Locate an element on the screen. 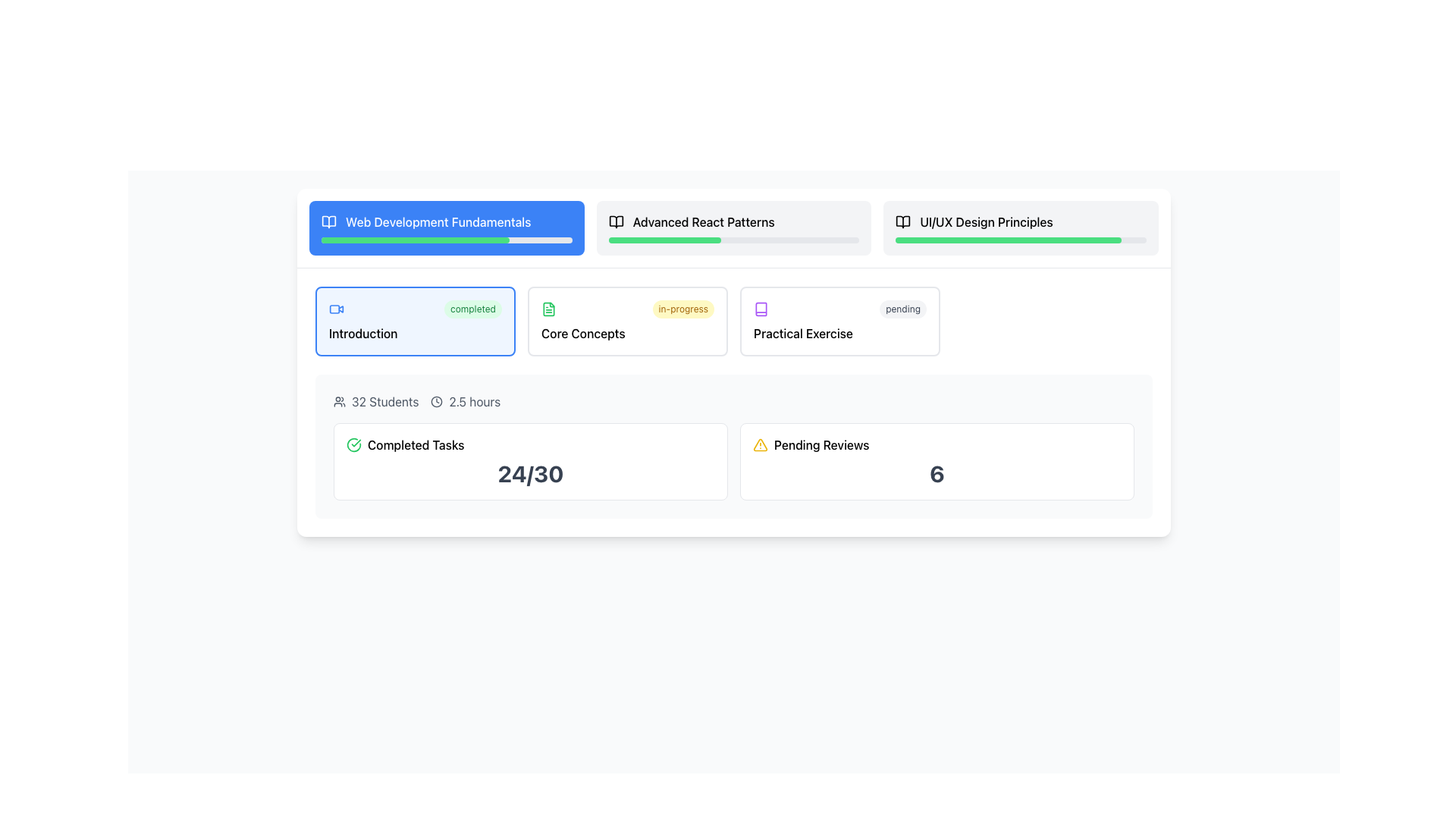 The image size is (1456, 819). the small document icon with a green border located to the left of the 'in-progress' label is located at coordinates (548, 309).